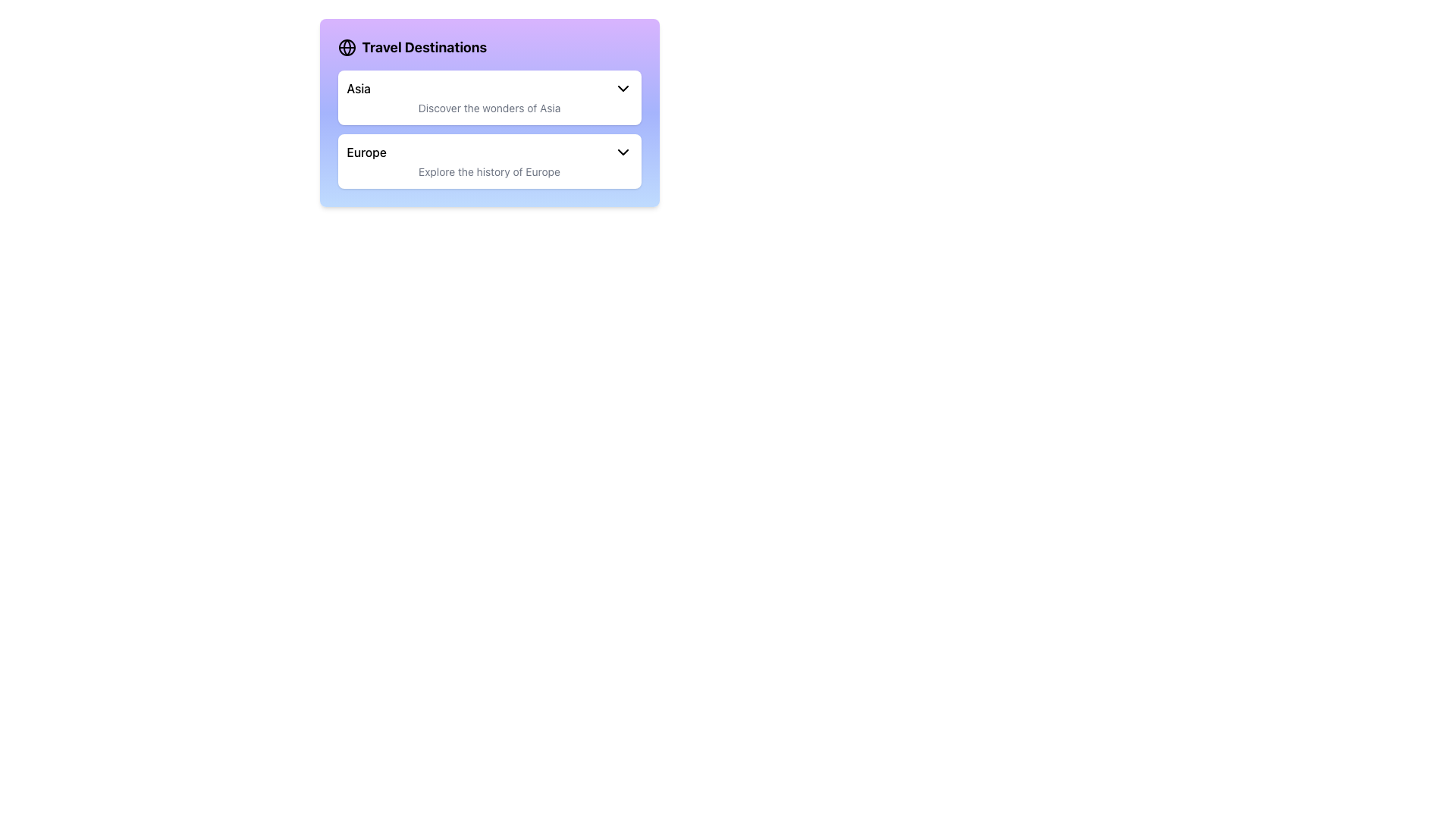 Image resolution: width=1456 pixels, height=819 pixels. I want to click on the dropdown icon for 'Asia' in the 'Travel Destinations' section, so click(623, 88).